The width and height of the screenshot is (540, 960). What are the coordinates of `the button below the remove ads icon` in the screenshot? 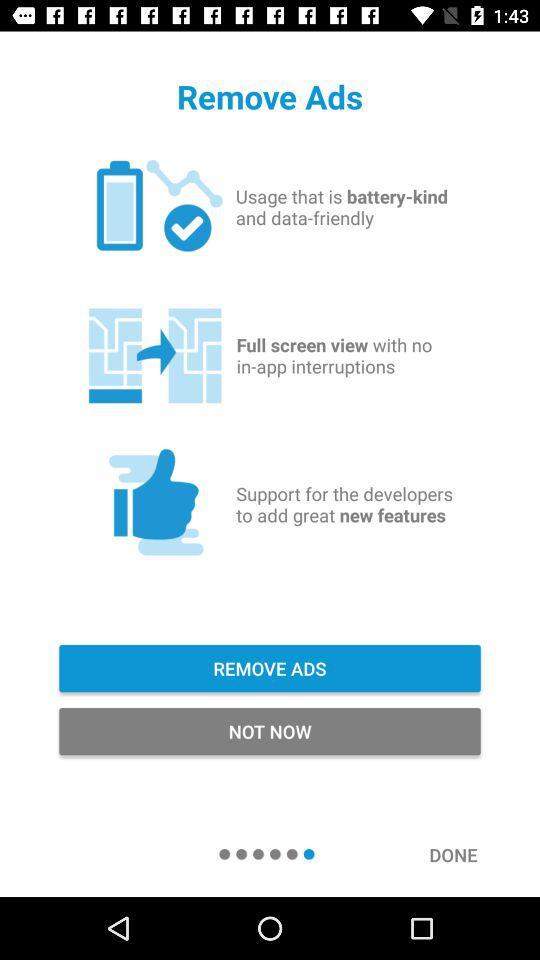 It's located at (270, 730).